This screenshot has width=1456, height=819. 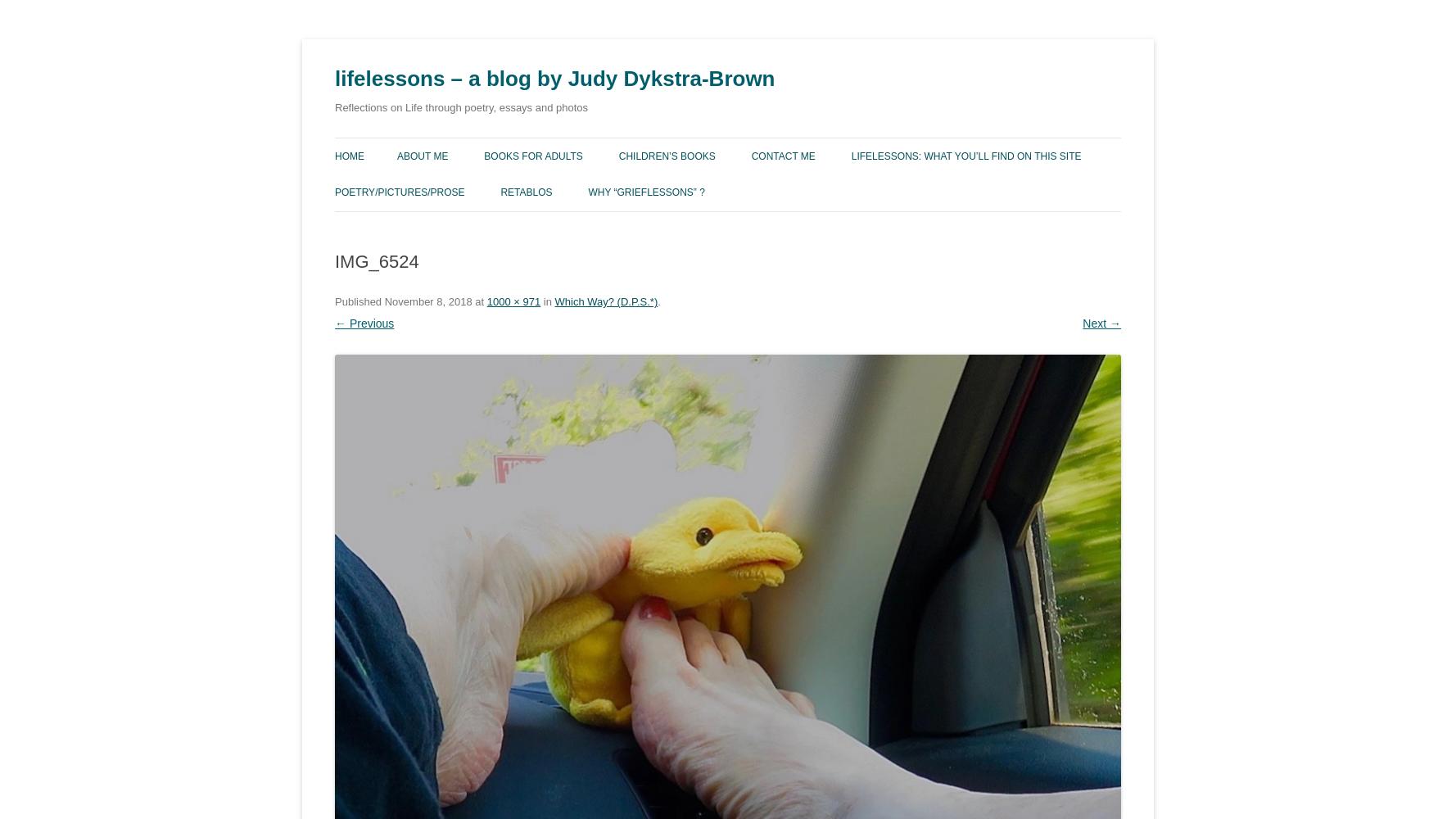 I want to click on 'Contact Me', so click(x=750, y=156).